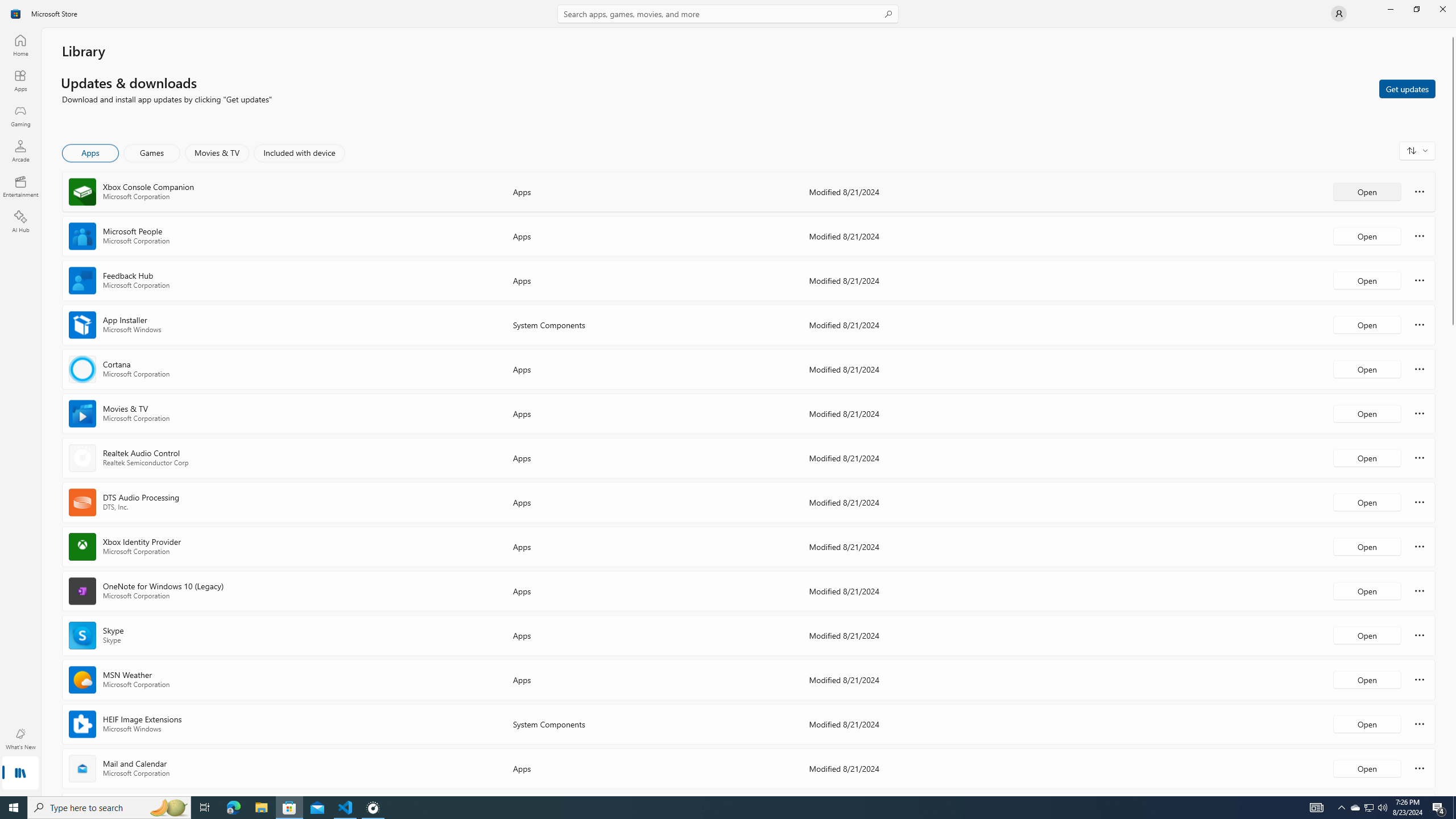 Image resolution: width=1456 pixels, height=819 pixels. I want to click on 'Vertical Small Increase', so click(1451, 792).